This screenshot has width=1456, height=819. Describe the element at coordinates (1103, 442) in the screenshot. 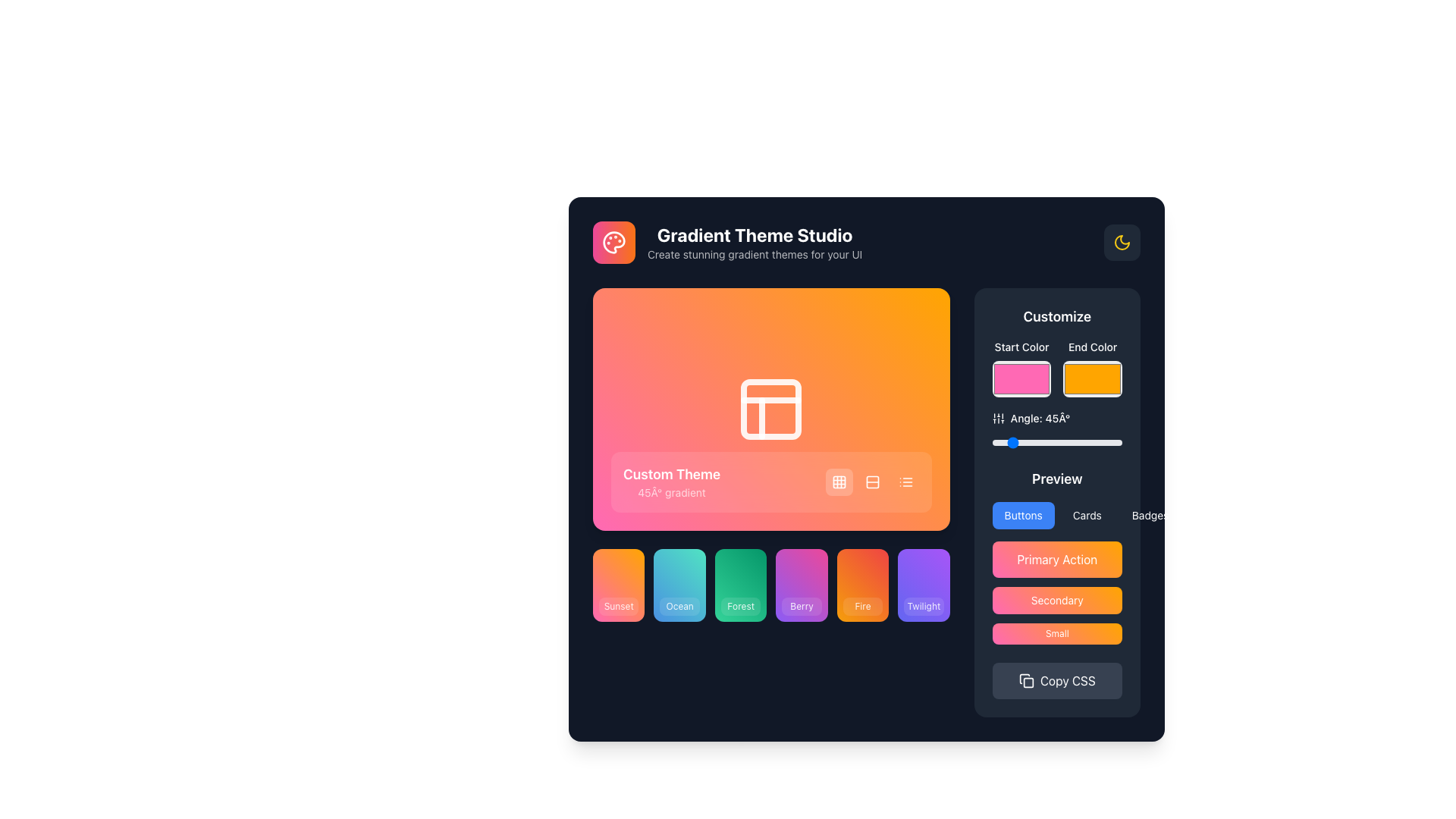

I see `angle` at that location.